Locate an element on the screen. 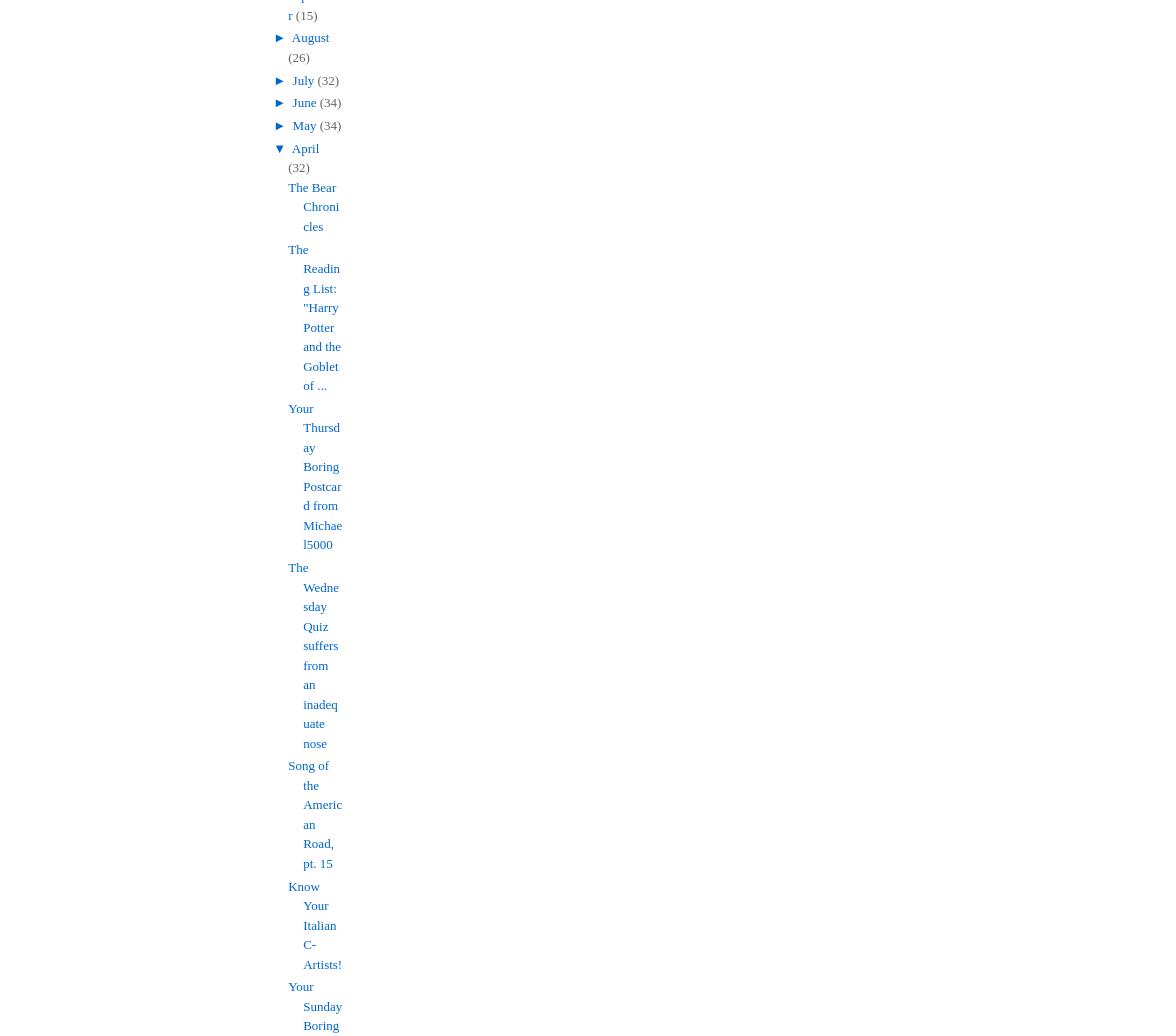  'June' is located at coordinates (292, 102).